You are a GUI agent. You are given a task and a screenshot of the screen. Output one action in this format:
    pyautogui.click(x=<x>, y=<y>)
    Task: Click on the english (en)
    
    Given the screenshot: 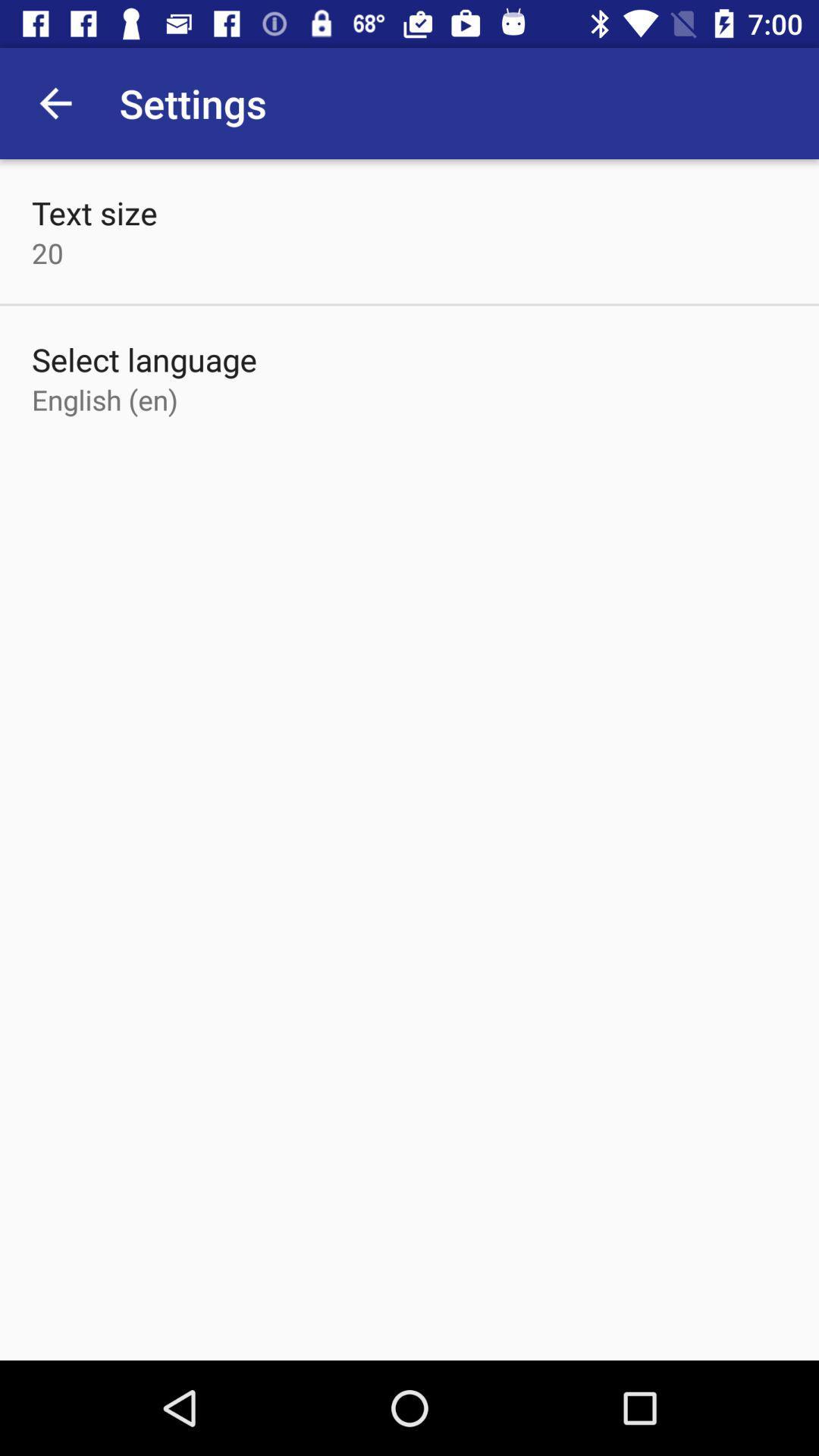 What is the action you would take?
    pyautogui.click(x=104, y=400)
    